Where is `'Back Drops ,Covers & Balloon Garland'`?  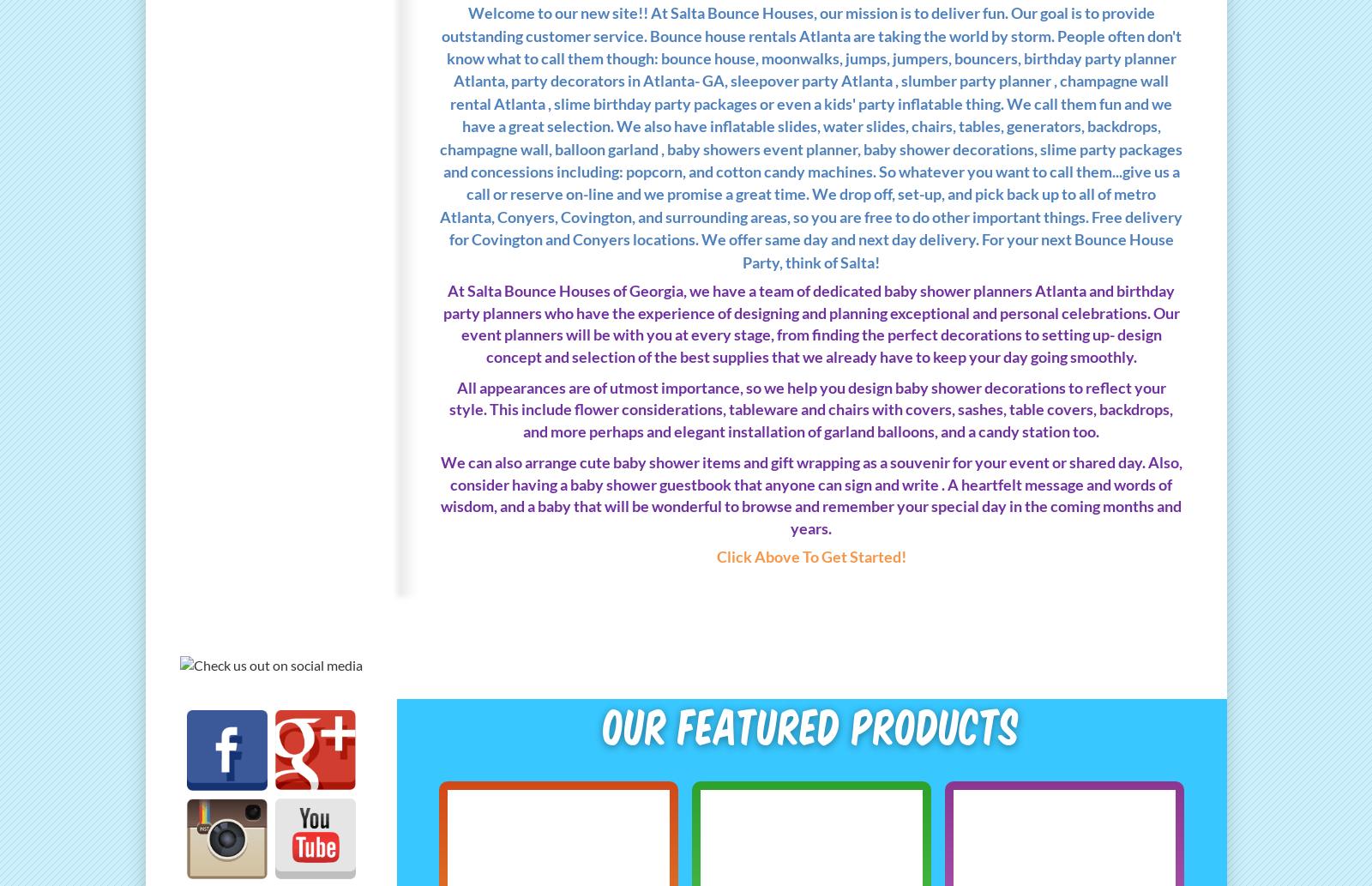 'Back Drops ,Covers & Balloon Garland' is located at coordinates (274, 47).